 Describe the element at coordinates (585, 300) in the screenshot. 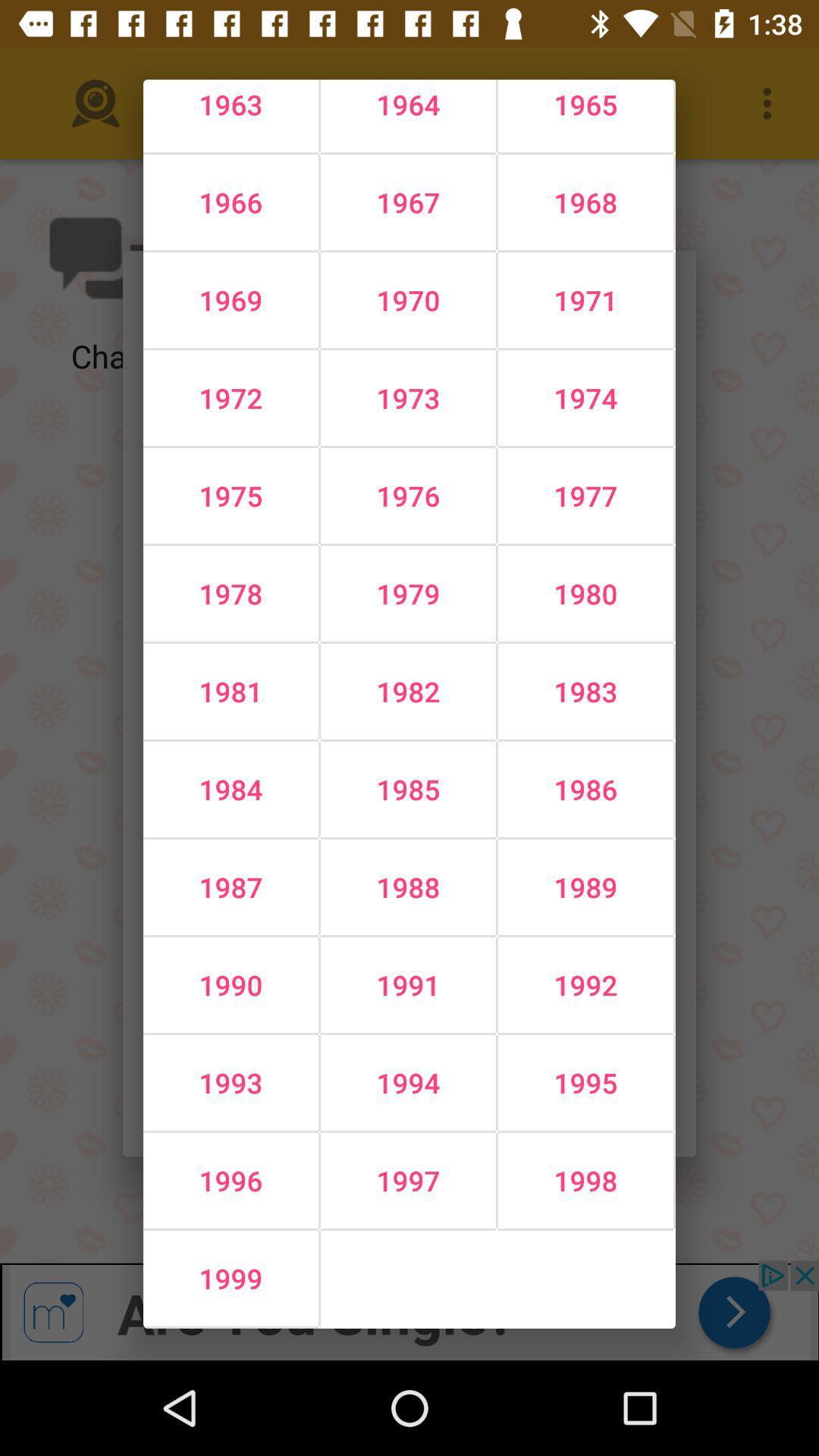

I see `the icon below the 1967` at that location.